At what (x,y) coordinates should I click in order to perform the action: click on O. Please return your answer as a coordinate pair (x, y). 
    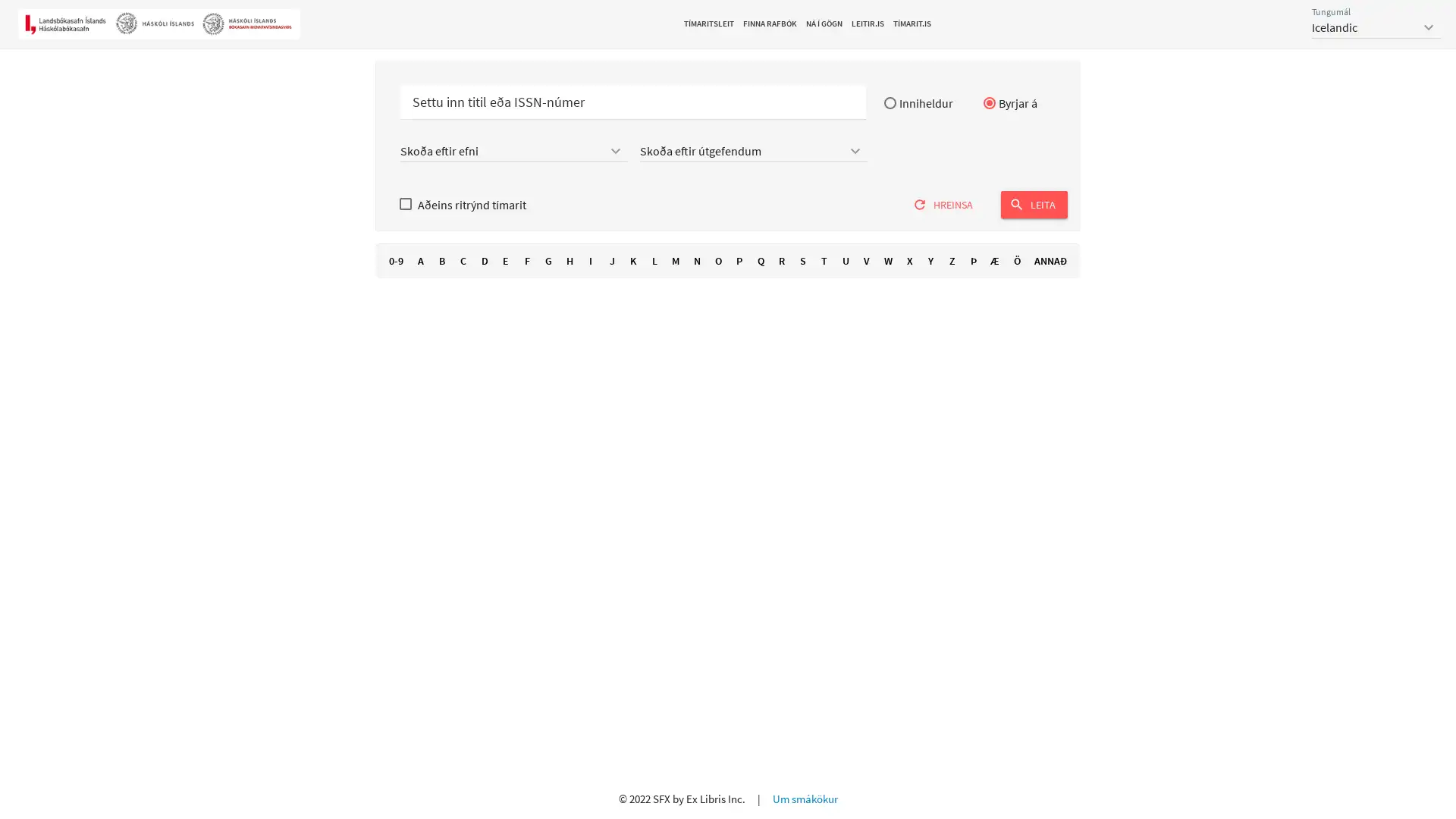
    Looking at the image, I should click on (1016, 259).